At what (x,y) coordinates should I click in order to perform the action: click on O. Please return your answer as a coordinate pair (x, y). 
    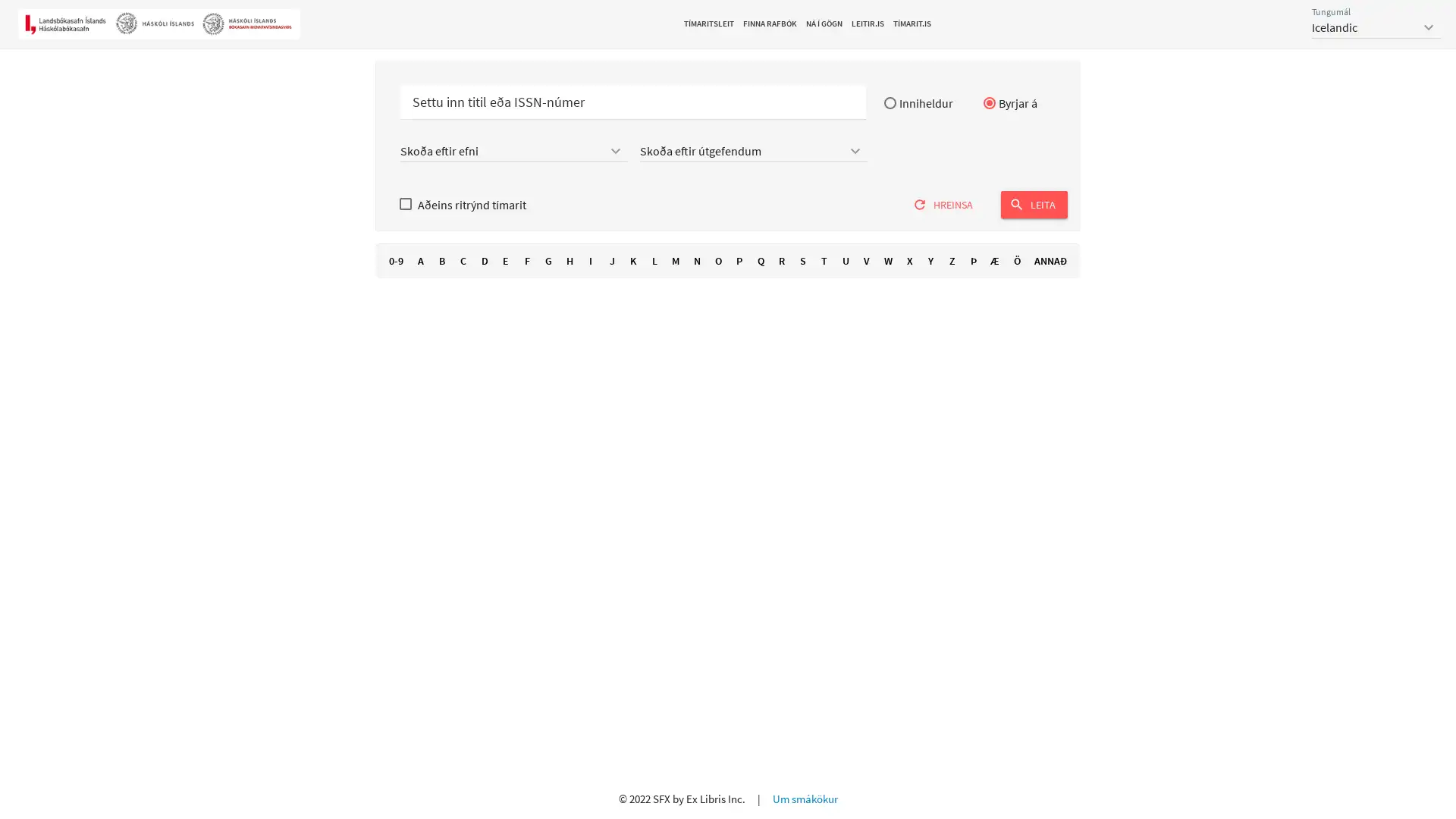
    Looking at the image, I should click on (1016, 259).